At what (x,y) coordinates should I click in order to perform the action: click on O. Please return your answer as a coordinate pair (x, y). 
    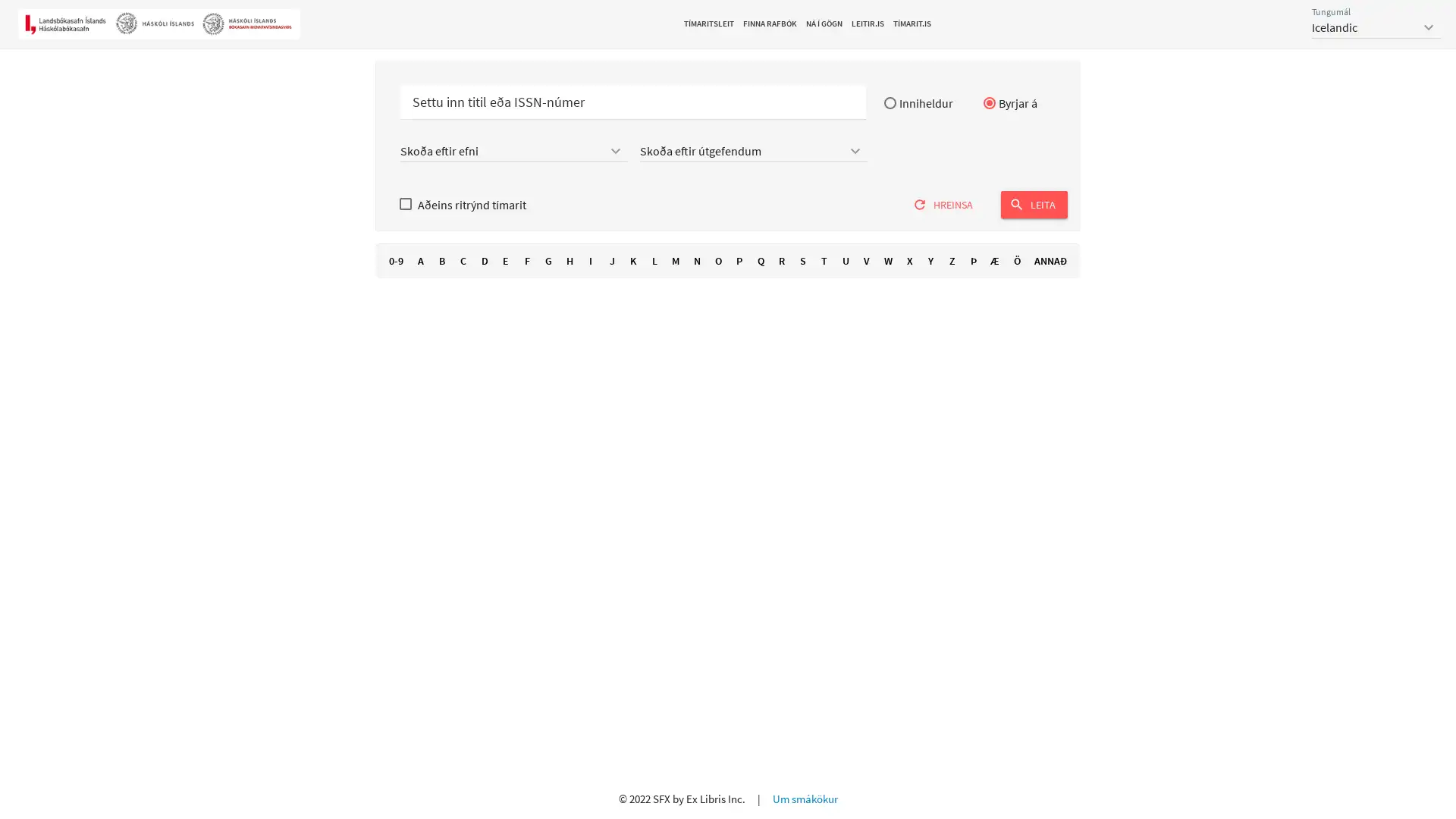
    Looking at the image, I should click on (1016, 259).